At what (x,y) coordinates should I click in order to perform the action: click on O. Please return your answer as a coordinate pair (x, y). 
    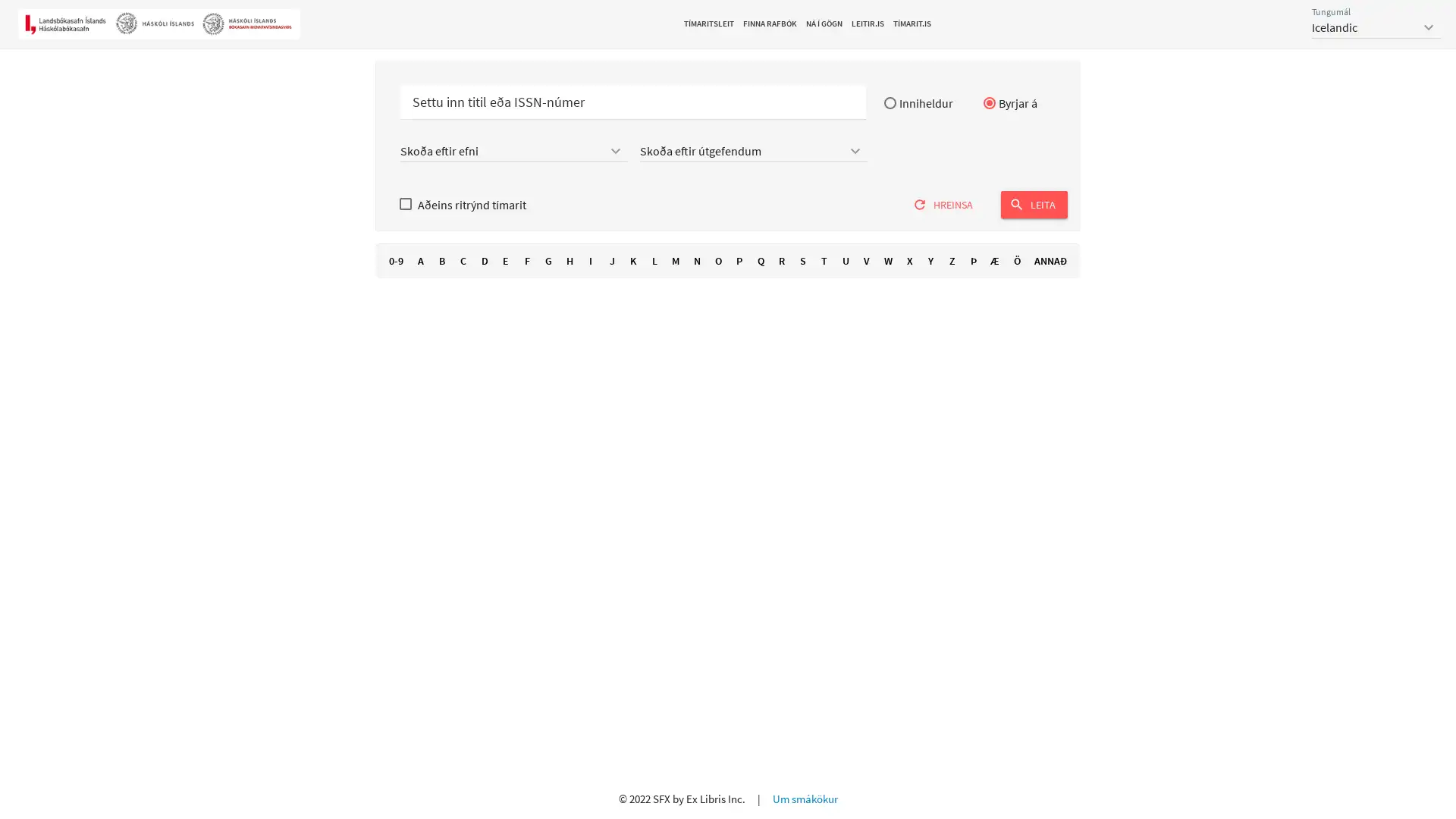
    Looking at the image, I should click on (1016, 259).